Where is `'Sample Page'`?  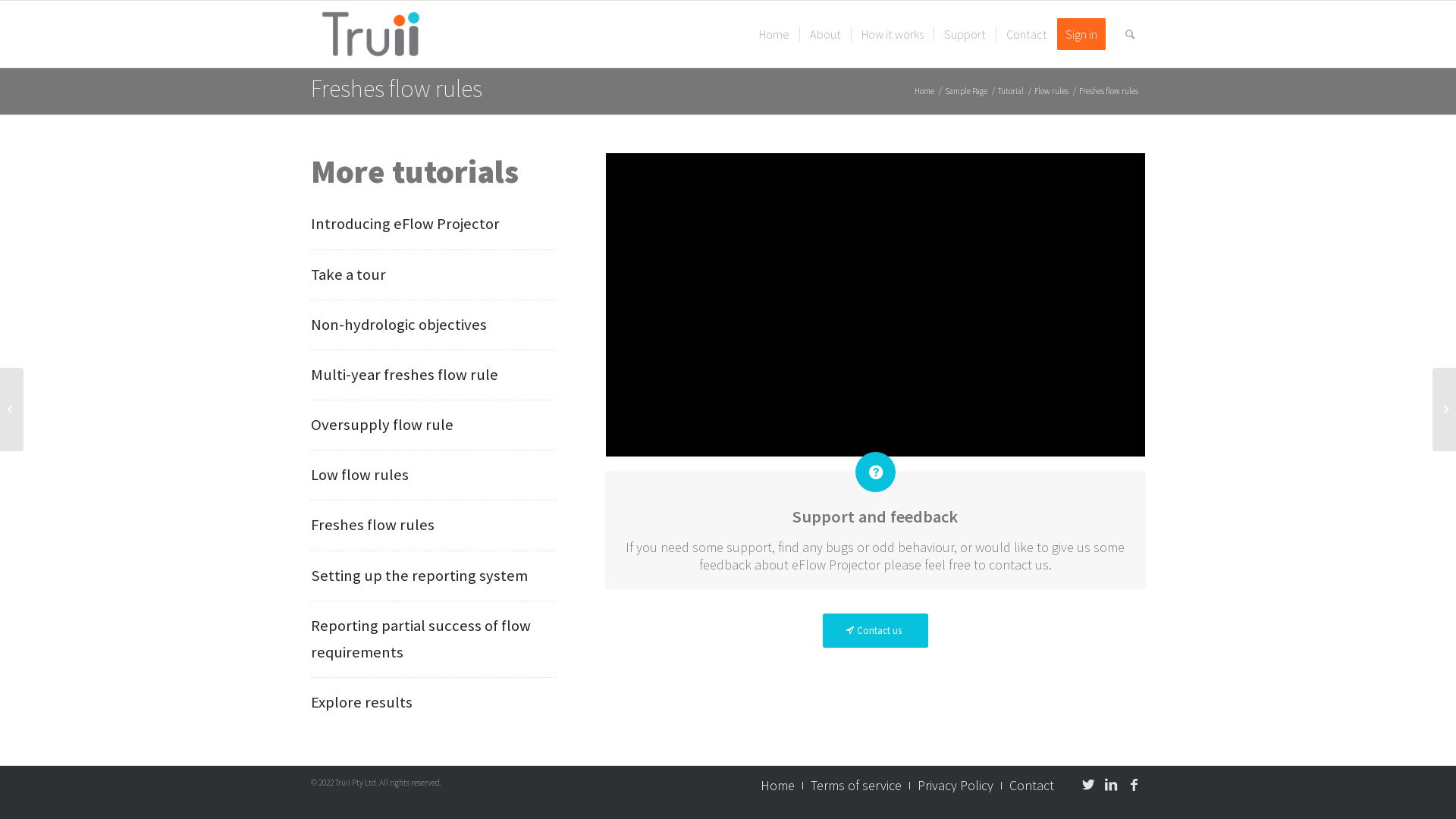 'Sample Page' is located at coordinates (965, 91).